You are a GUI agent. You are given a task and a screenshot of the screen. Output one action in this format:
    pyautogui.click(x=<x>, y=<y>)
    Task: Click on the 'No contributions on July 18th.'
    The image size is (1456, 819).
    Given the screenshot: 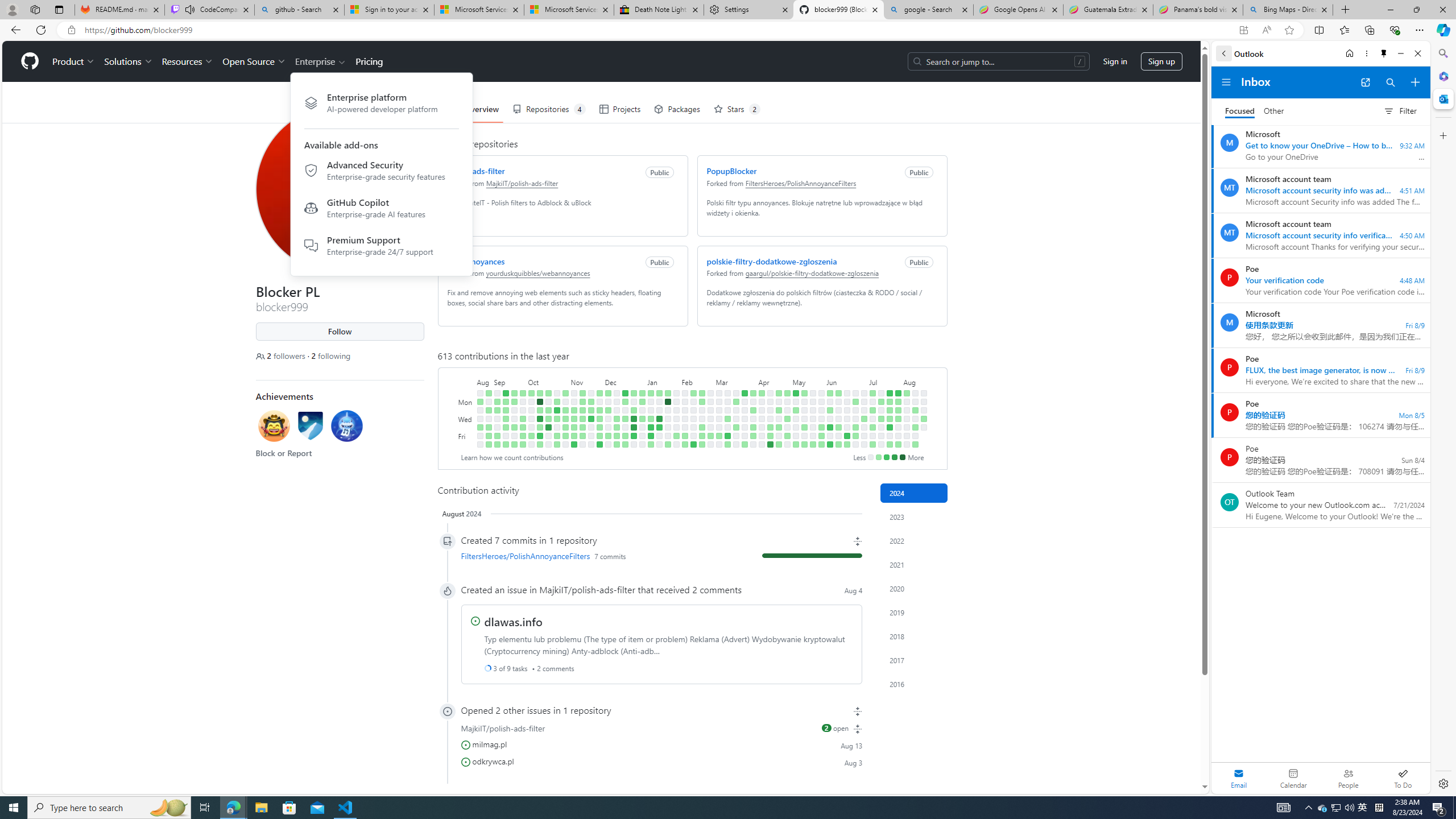 What is the action you would take?
    pyautogui.click(x=880, y=427)
    